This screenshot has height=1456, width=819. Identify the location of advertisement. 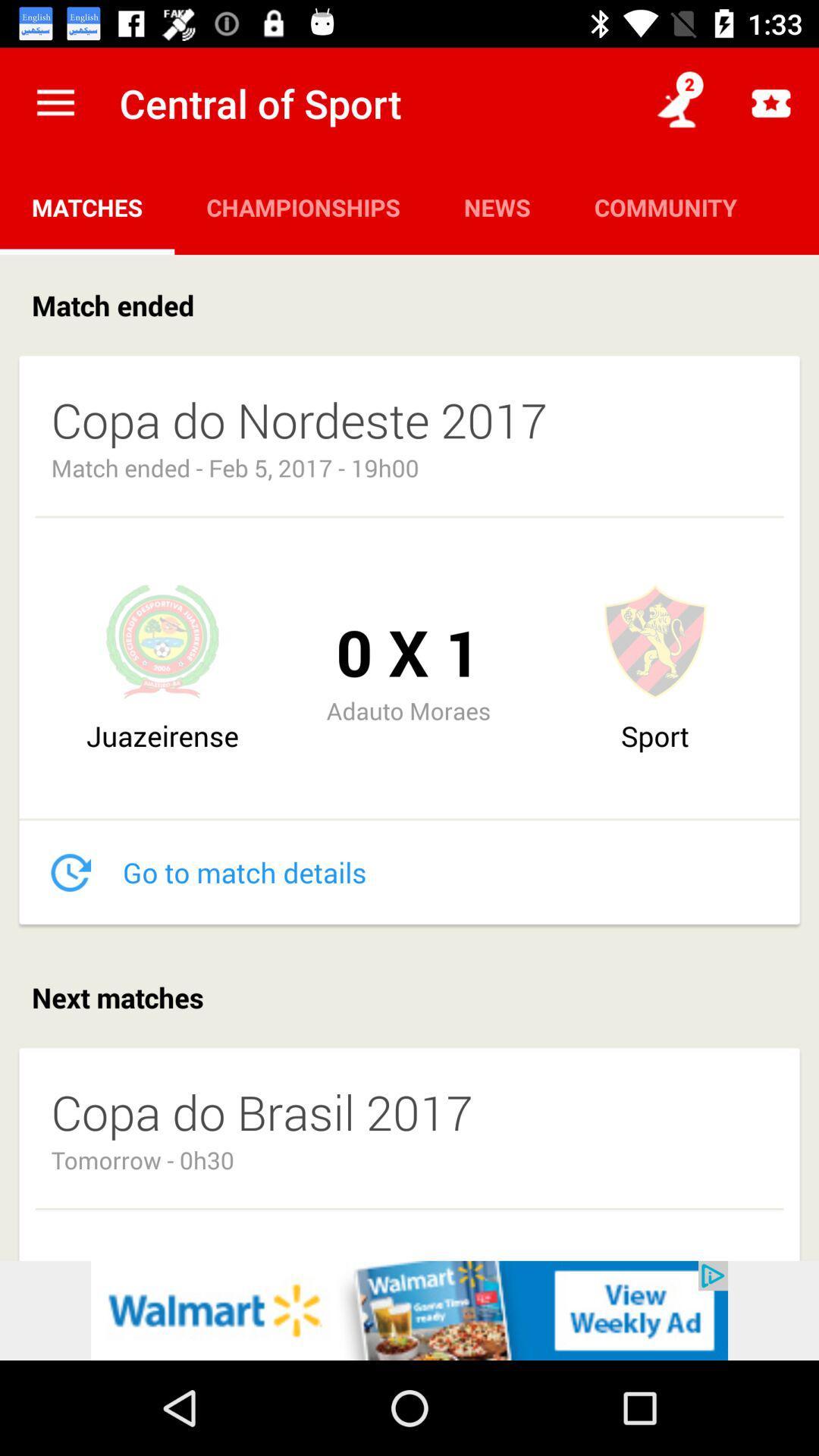
(409, 1310).